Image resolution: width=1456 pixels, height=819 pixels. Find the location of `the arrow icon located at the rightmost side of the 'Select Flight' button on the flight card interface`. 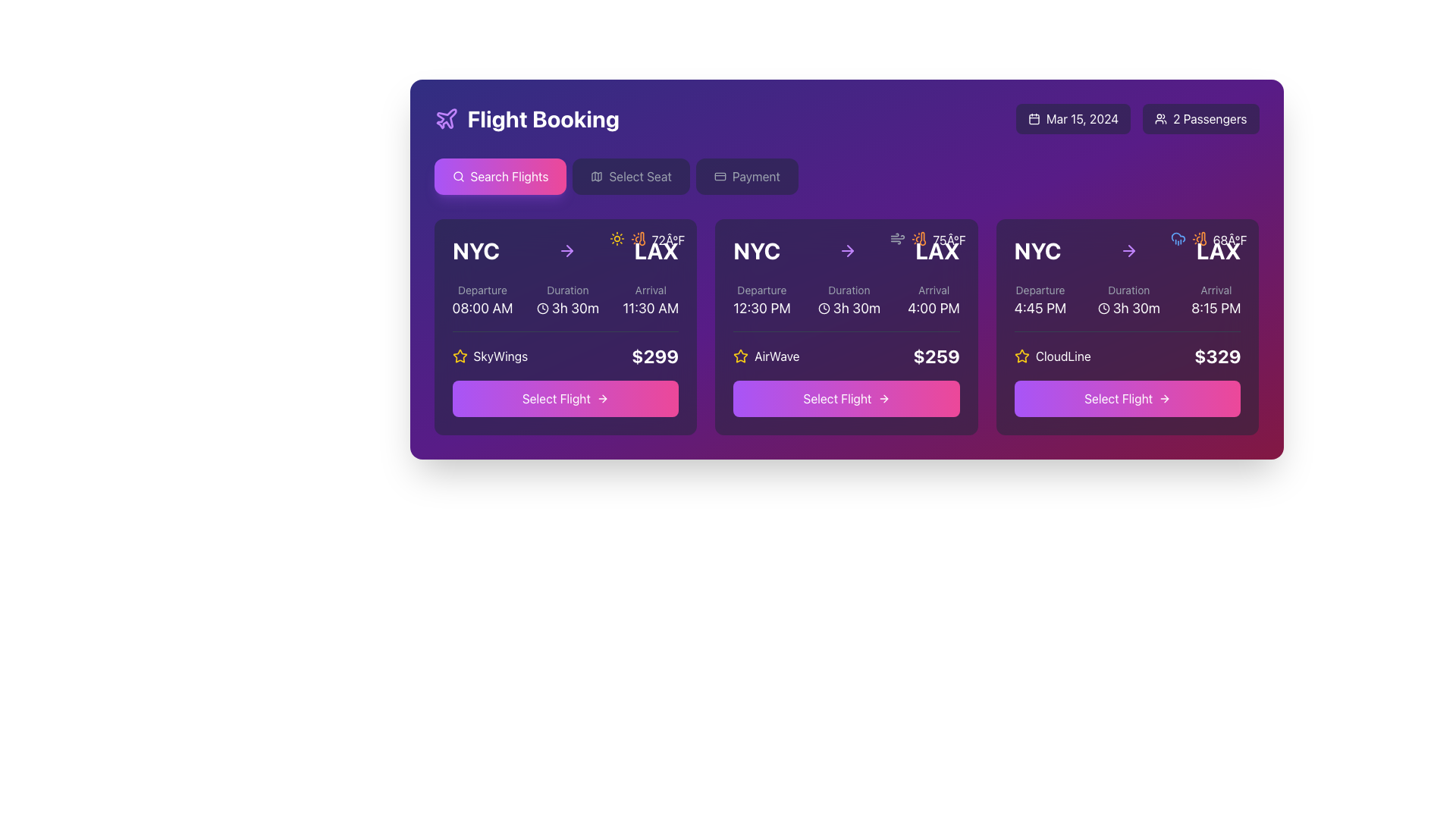

the arrow icon located at the rightmost side of the 'Select Flight' button on the flight card interface is located at coordinates (601, 397).